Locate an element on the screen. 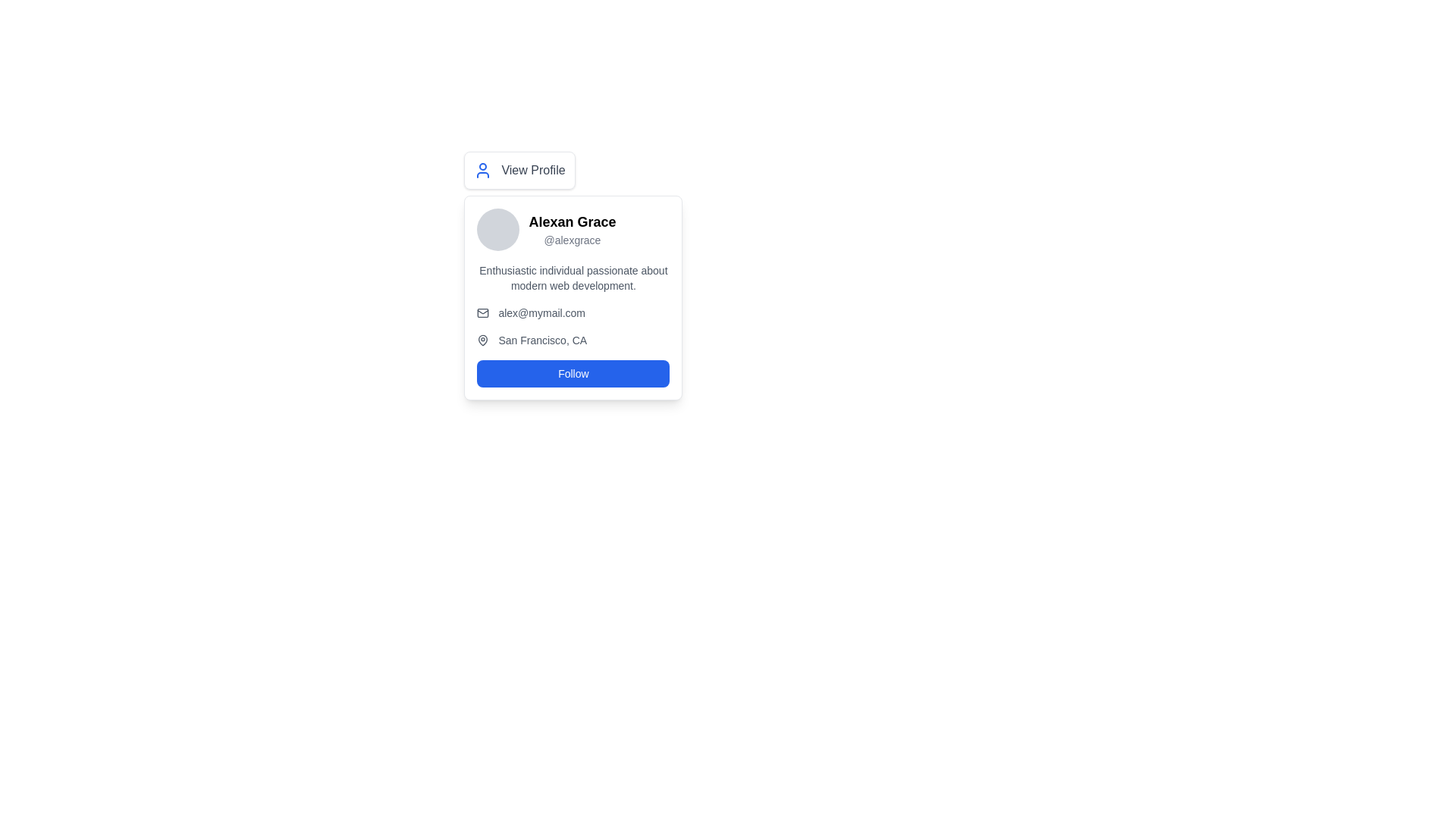  the user profile icon located on the left side of the 'View Profile' component, which serves as a visual indicator for profile-related actions is located at coordinates (482, 170).